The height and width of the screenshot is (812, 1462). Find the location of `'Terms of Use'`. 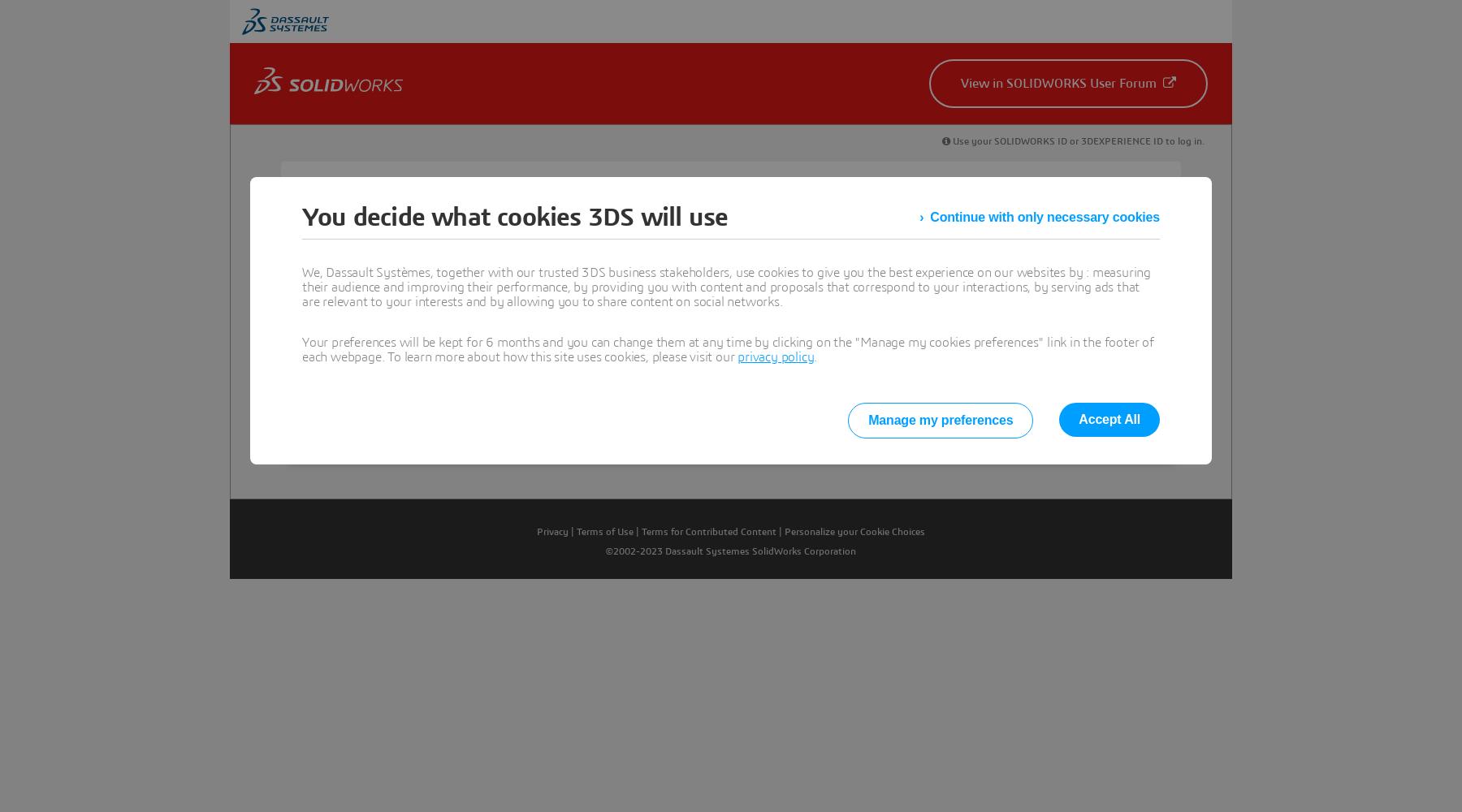

'Terms of Use' is located at coordinates (605, 531).